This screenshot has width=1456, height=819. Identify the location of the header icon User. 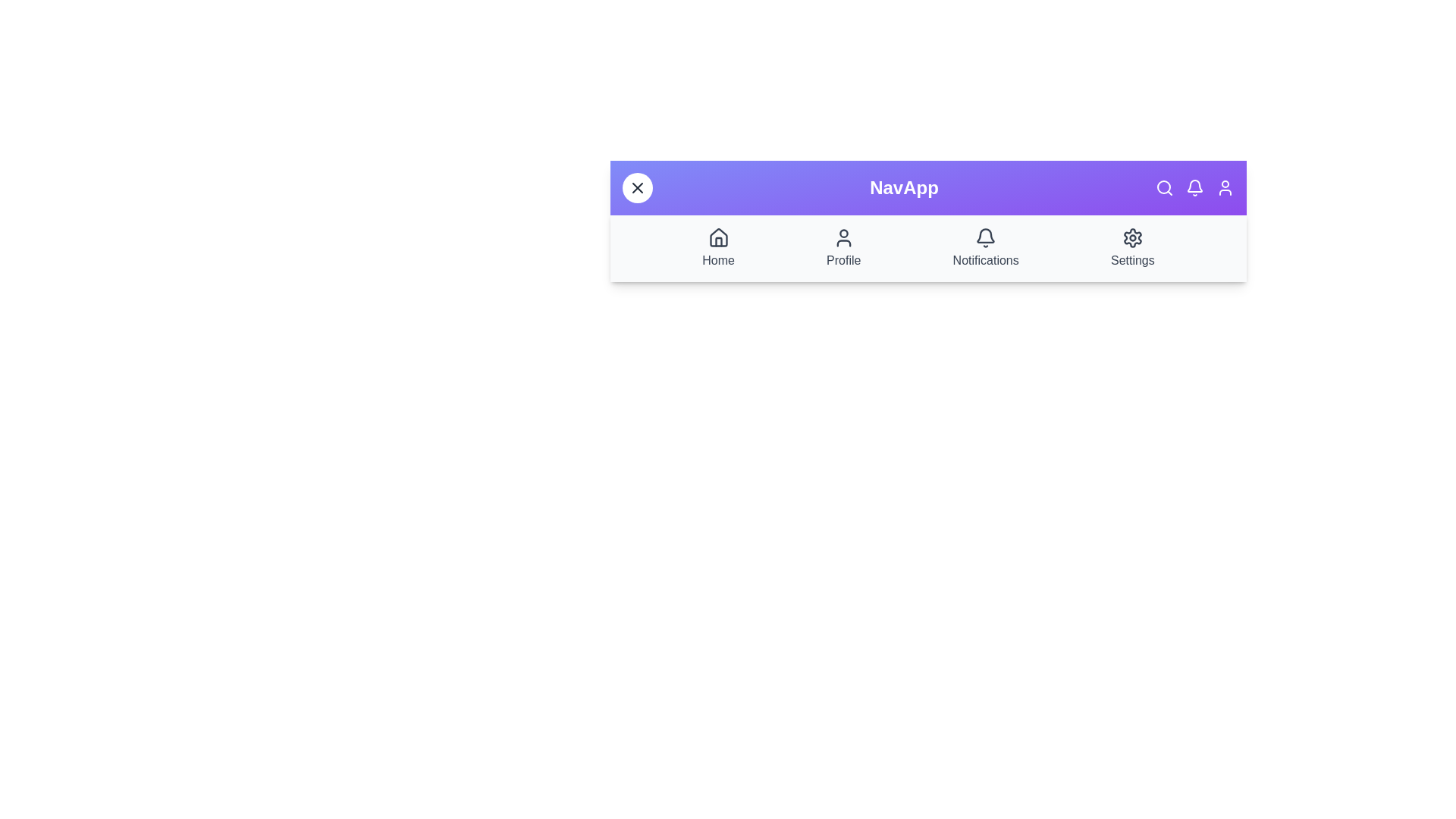
(1225, 187).